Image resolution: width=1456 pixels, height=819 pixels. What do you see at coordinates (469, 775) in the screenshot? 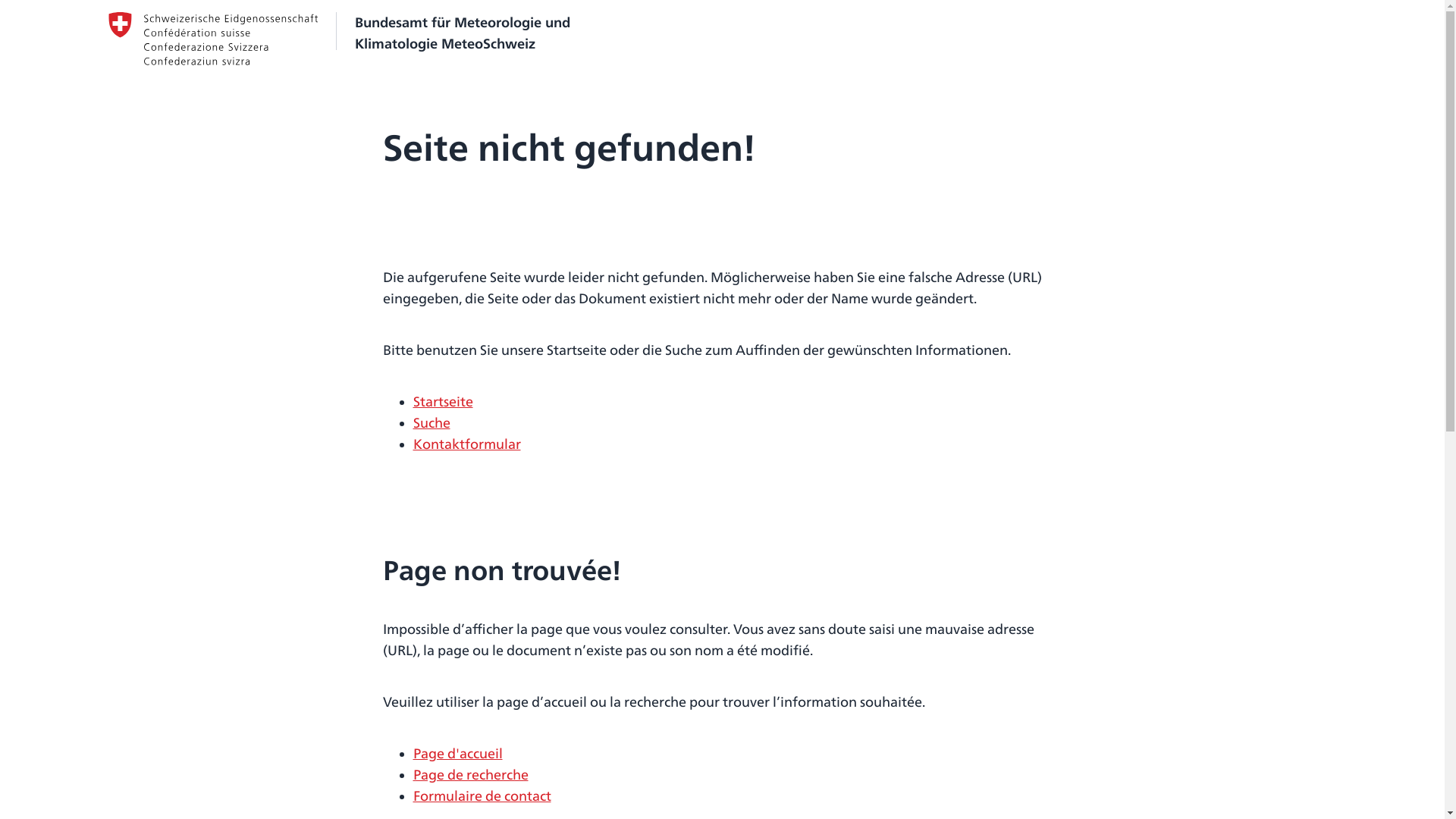
I see `'Page de recherche'` at bounding box center [469, 775].